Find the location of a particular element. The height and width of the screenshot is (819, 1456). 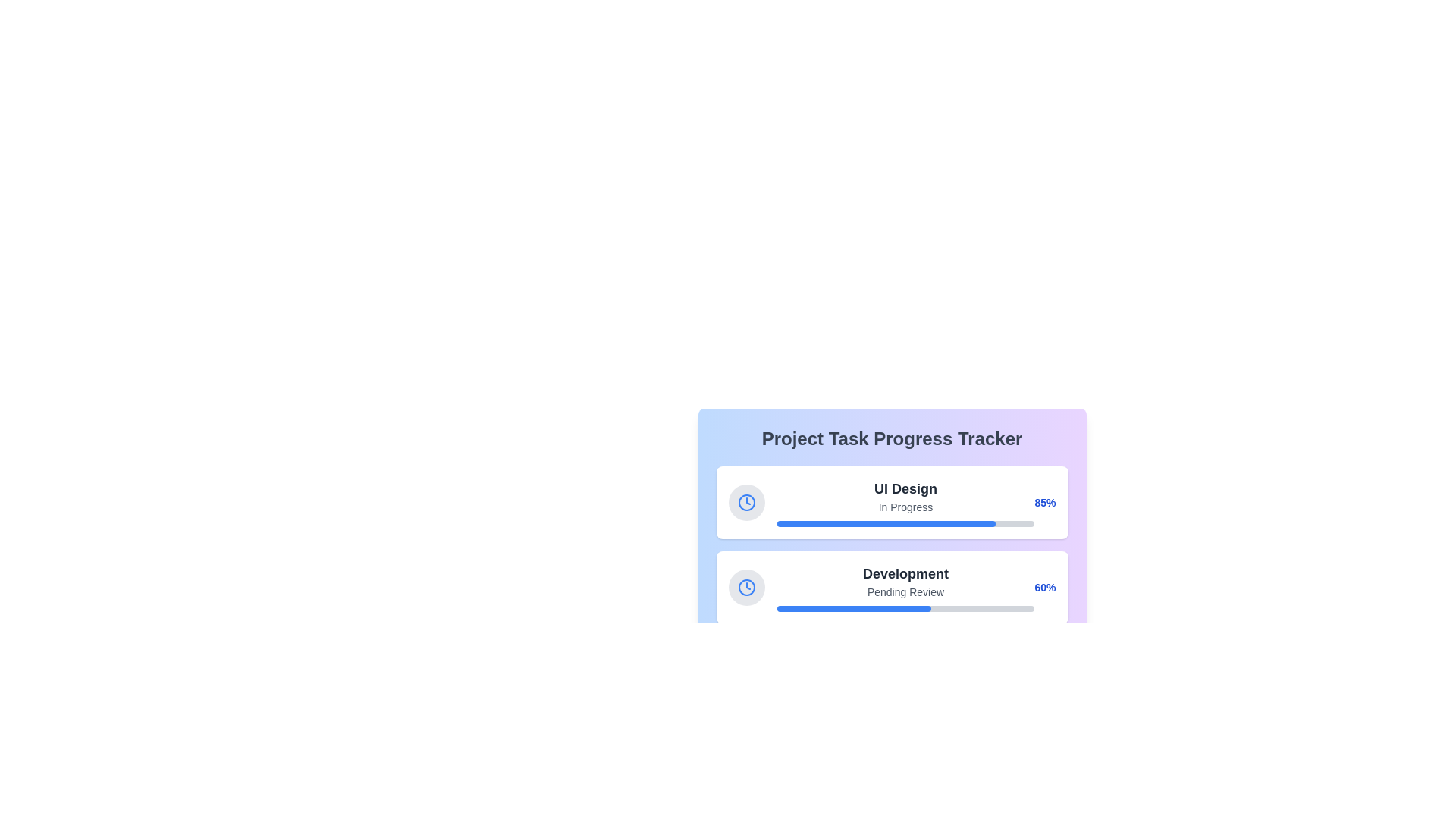

the horizontal progress bar located in the 'UI Design' section, which is styled with a light gray background and a blue segment covering 85% of its length is located at coordinates (905, 522).